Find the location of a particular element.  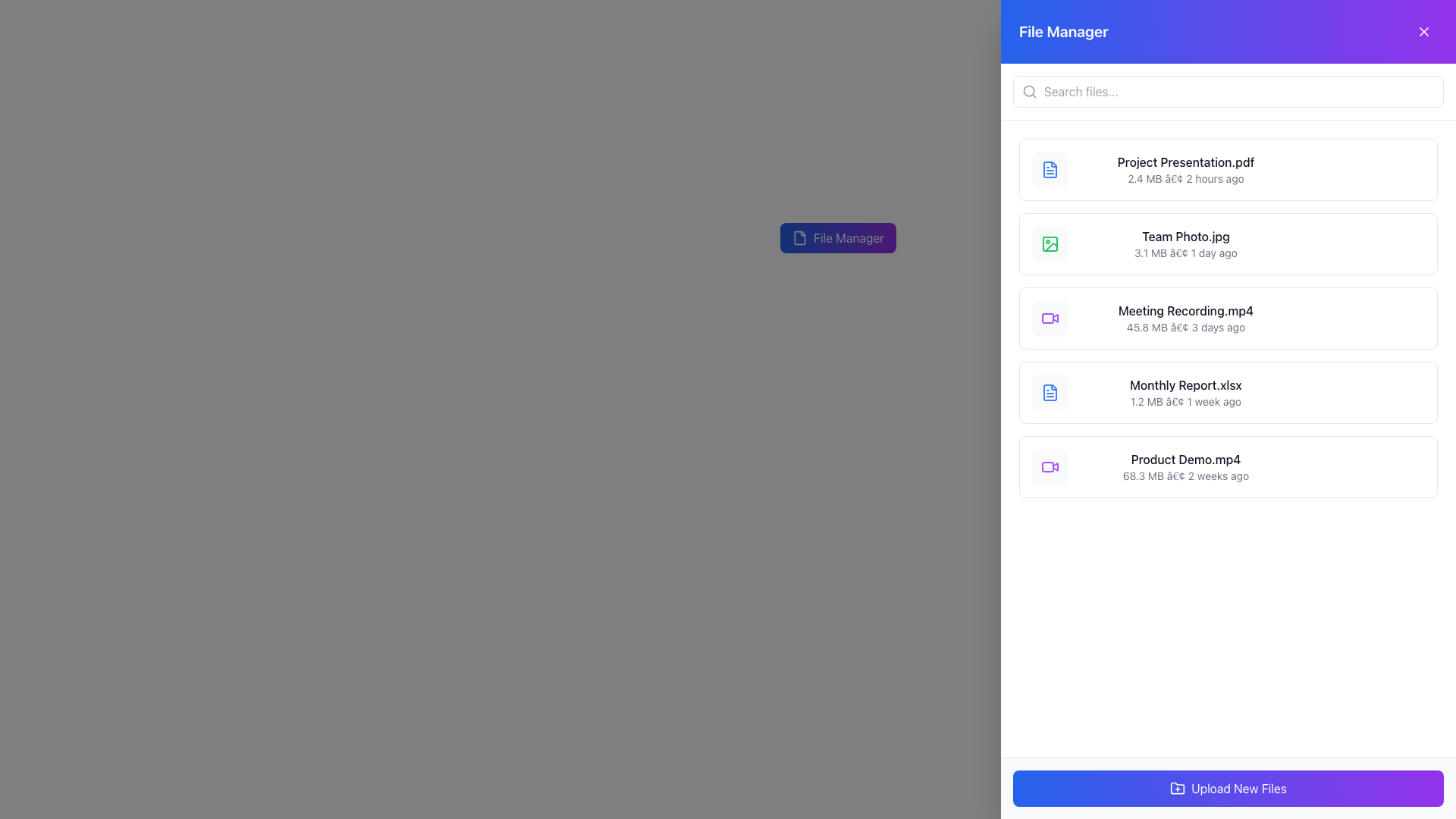

the 'Upload New Files' button, which is a rectangular button with a gradient background from blue to purple, located at the bottom center of the panel, beneath a list of files is located at coordinates (1228, 788).